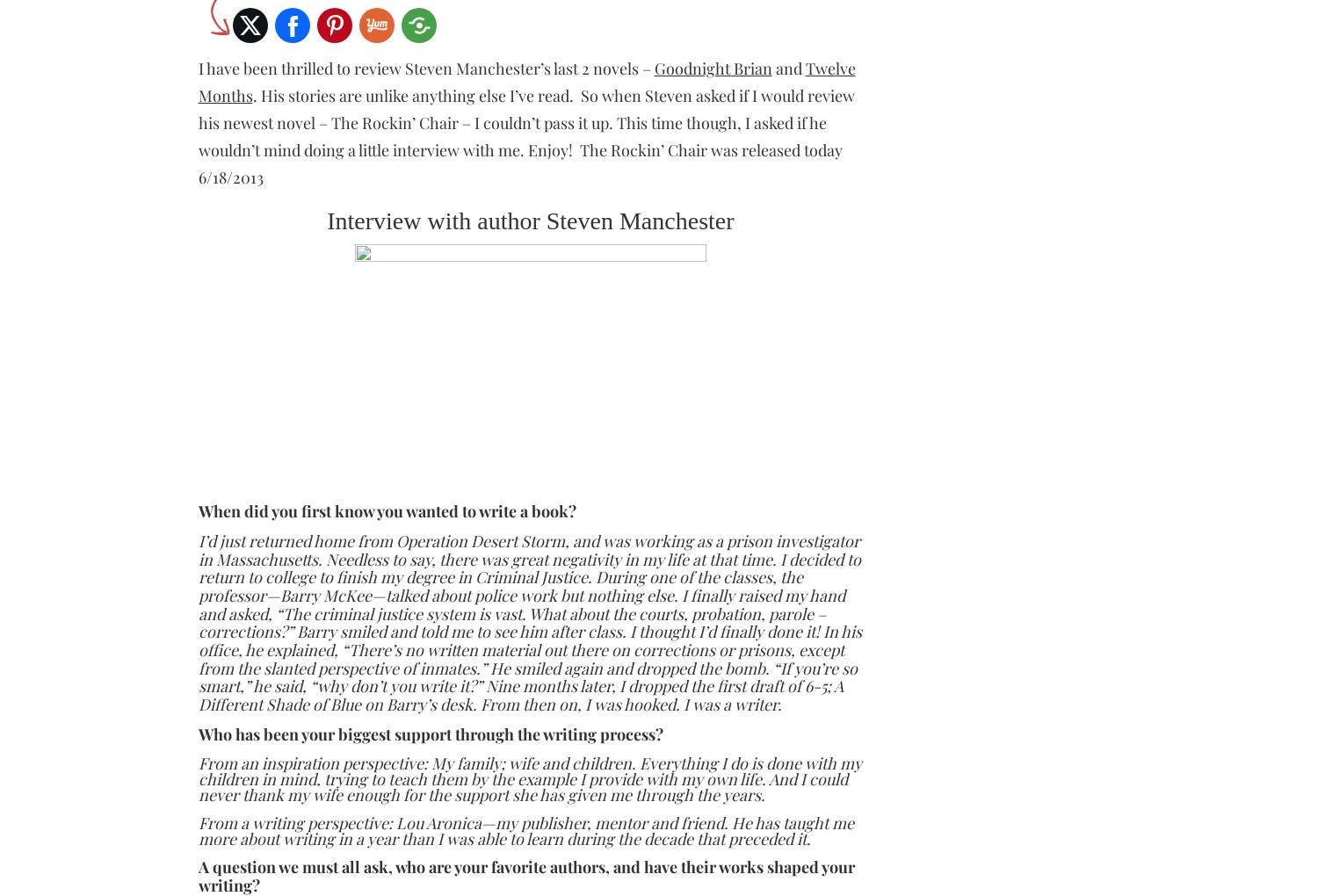 The height and width of the screenshot is (896, 1318). What do you see at coordinates (525, 829) in the screenshot?
I see `'From a writing perspective: Lou Aronica—my publisher, mentor and friend. He has taught me more about writing in a year than I was able to learn during the decade that preceded it.'` at bounding box center [525, 829].